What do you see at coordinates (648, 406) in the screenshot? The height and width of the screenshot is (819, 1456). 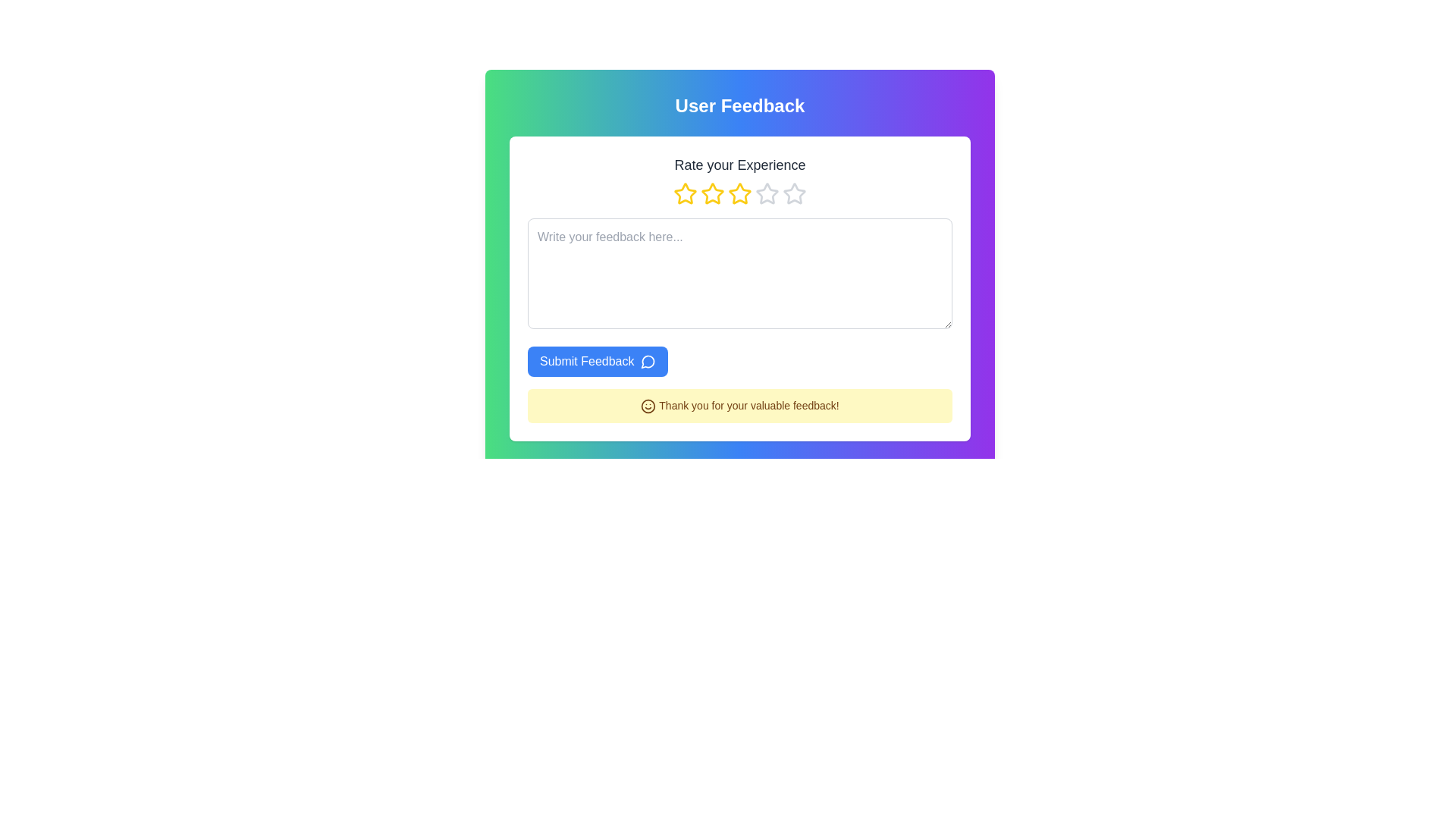 I see `the positive sentiment icon located within the yellow feedback message box that says 'Thank you for your valuable feedback!'` at bounding box center [648, 406].